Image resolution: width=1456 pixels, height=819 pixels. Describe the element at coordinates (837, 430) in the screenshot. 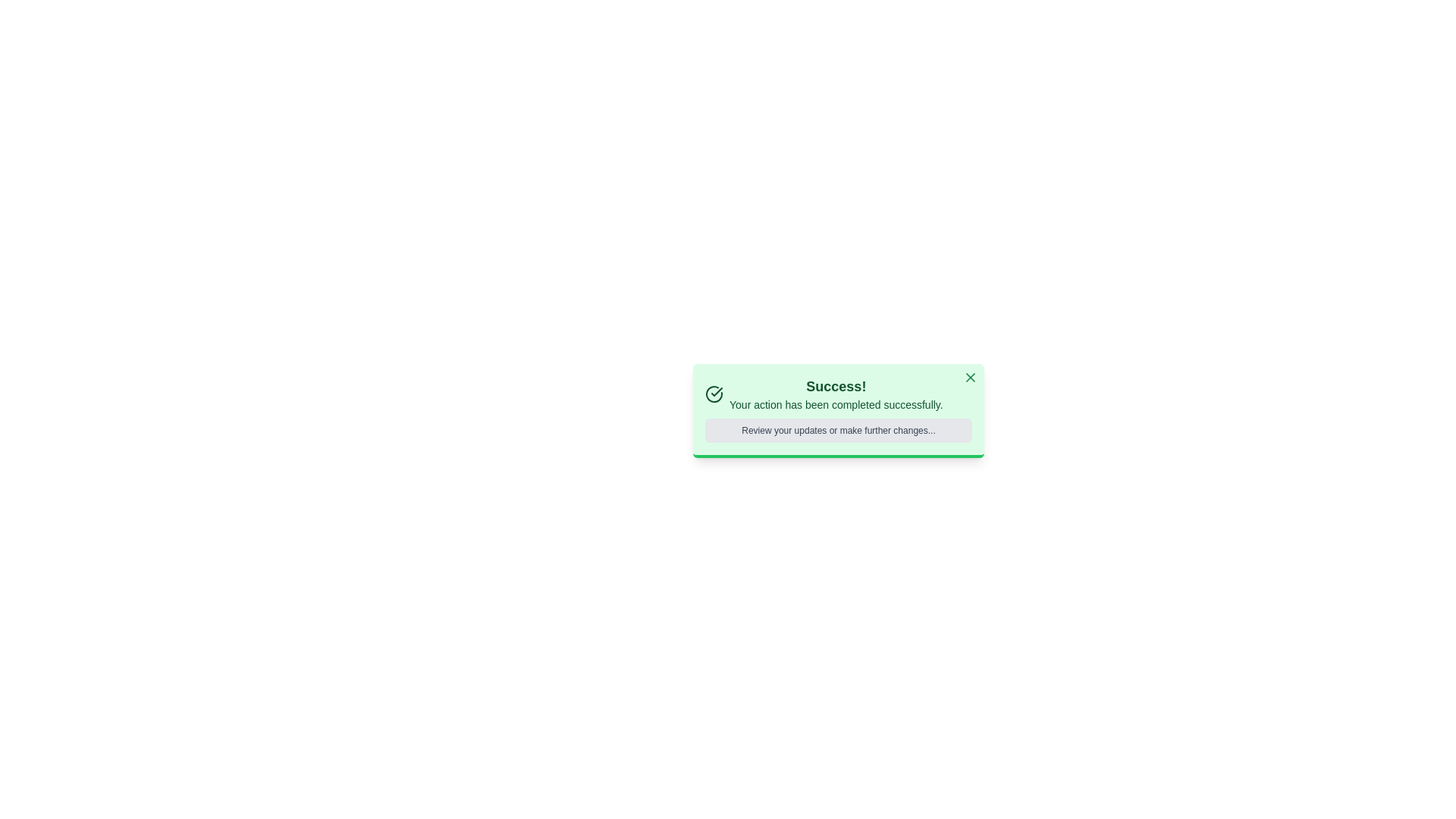

I see `the additional information text to select it` at that location.